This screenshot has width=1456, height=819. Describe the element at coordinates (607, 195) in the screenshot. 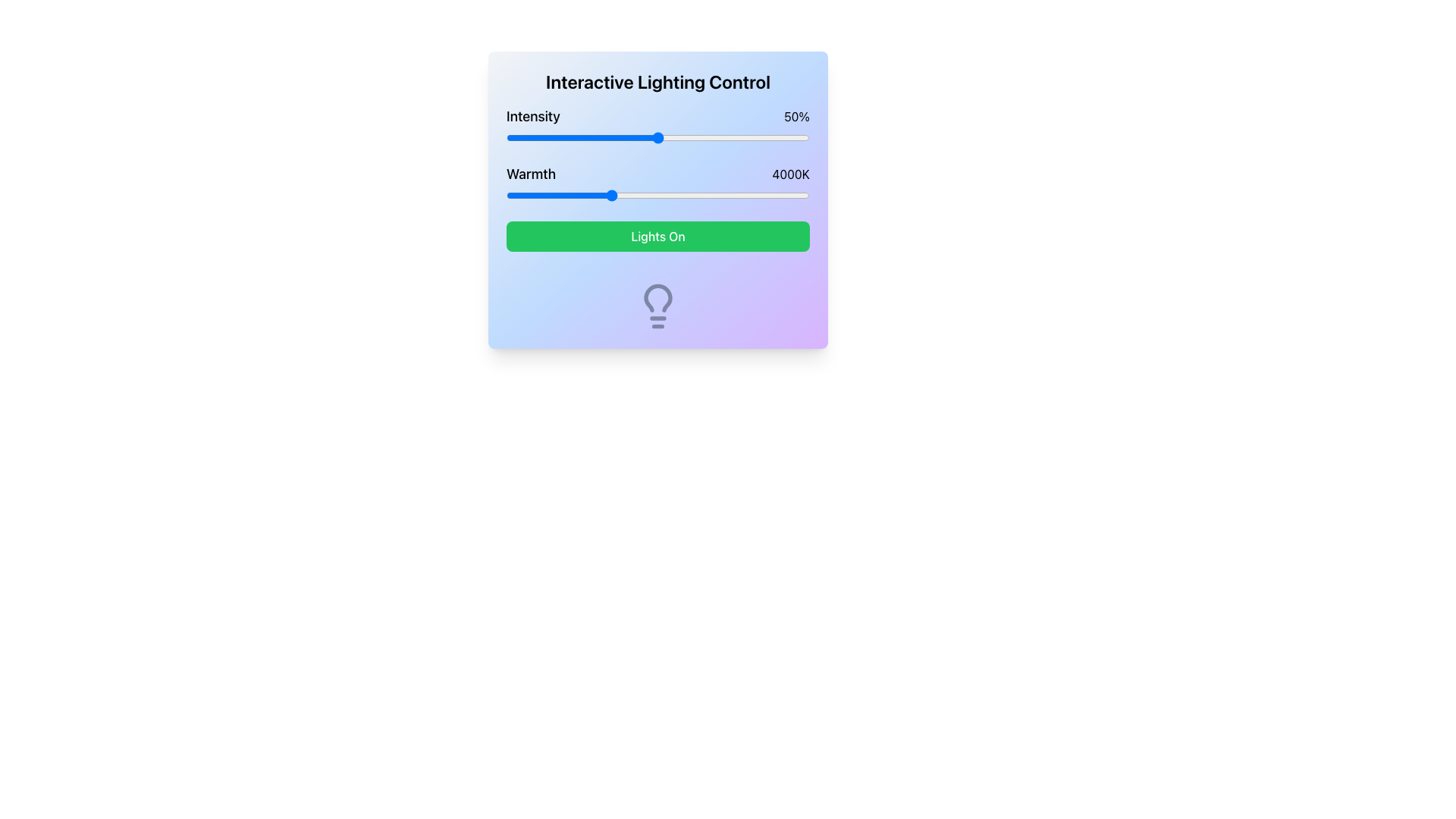

I see `warmth` at that location.